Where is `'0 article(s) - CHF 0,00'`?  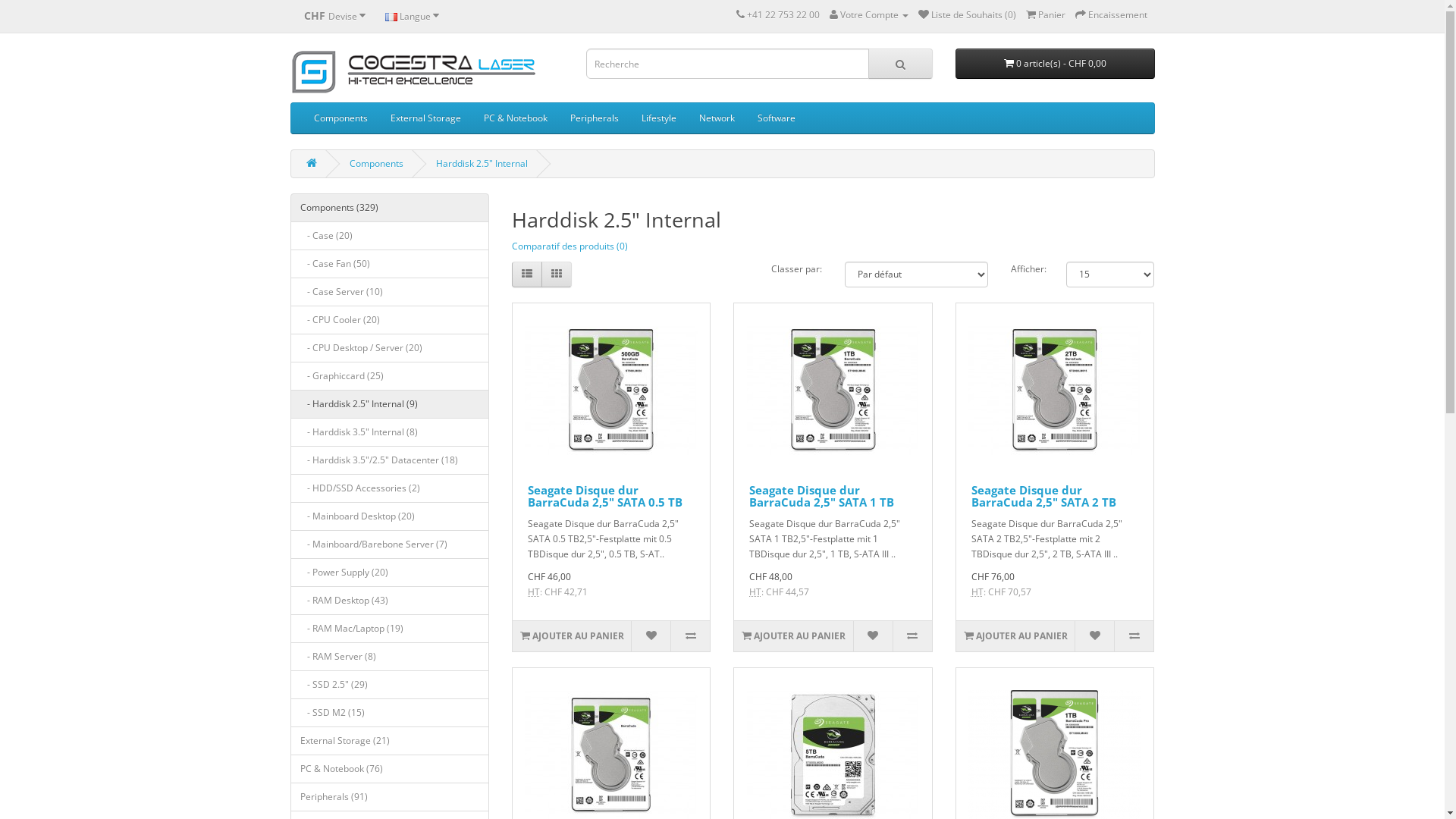 '0 article(s) - CHF 0,00' is located at coordinates (1054, 63).